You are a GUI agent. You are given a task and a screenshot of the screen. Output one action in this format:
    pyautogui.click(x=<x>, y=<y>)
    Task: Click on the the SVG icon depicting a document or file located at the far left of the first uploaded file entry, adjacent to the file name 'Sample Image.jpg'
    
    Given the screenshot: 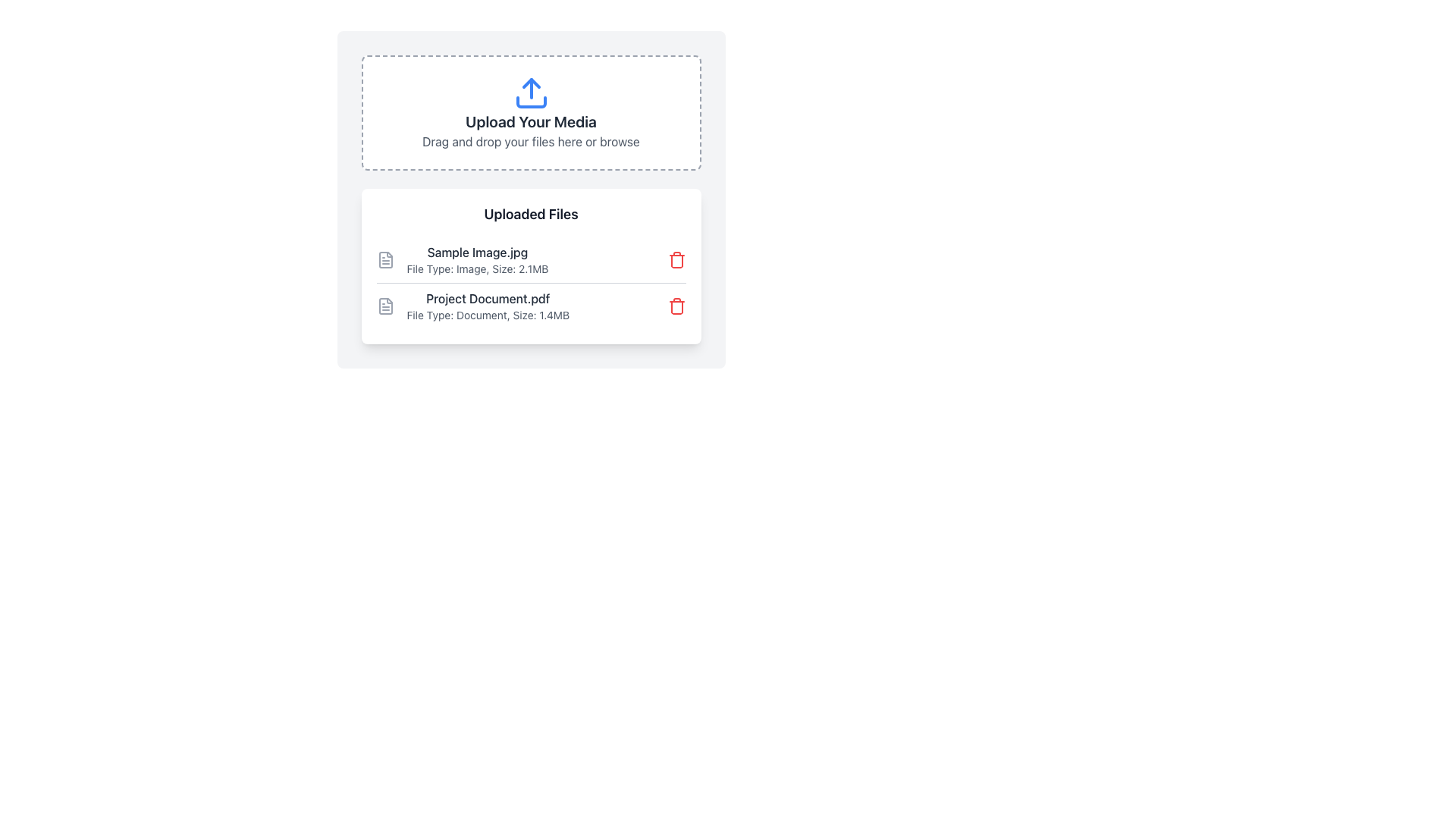 What is the action you would take?
    pyautogui.click(x=385, y=259)
    